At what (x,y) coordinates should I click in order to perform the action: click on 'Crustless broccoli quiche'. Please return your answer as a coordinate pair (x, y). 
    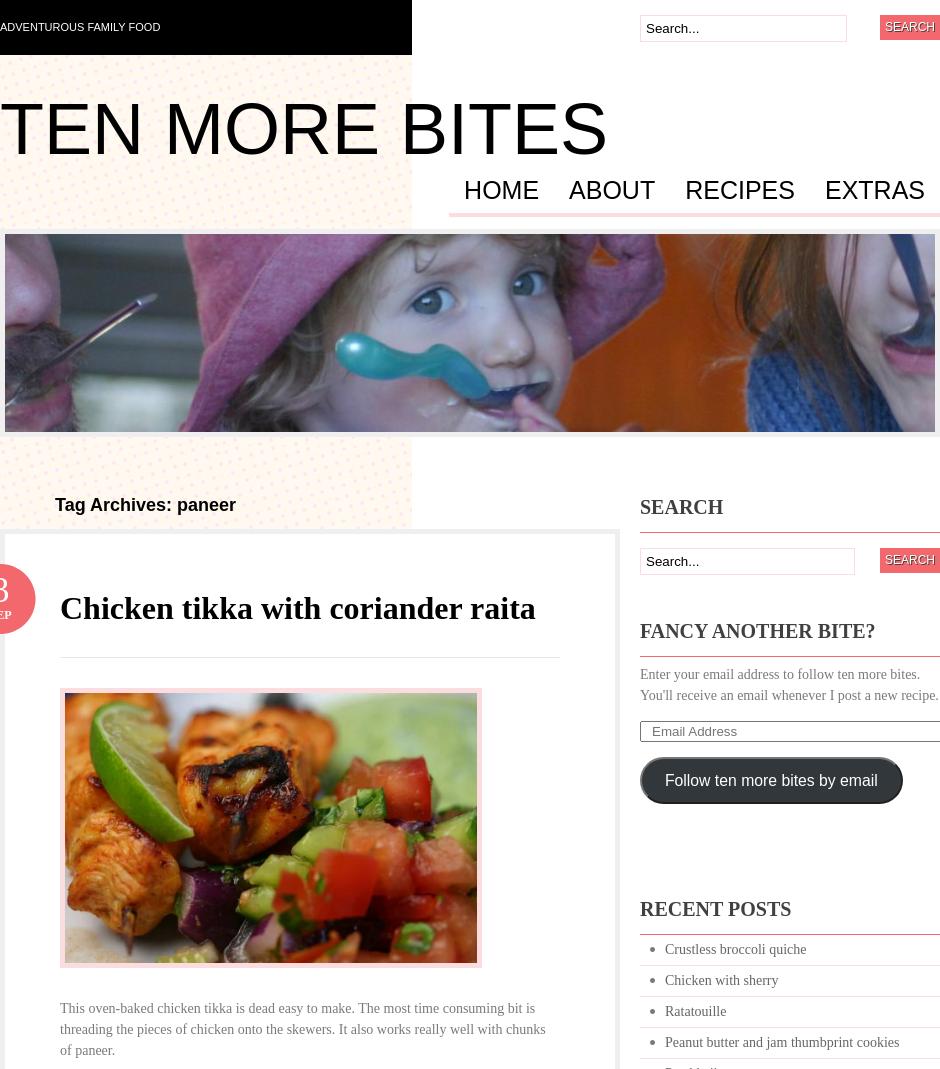
    Looking at the image, I should click on (735, 948).